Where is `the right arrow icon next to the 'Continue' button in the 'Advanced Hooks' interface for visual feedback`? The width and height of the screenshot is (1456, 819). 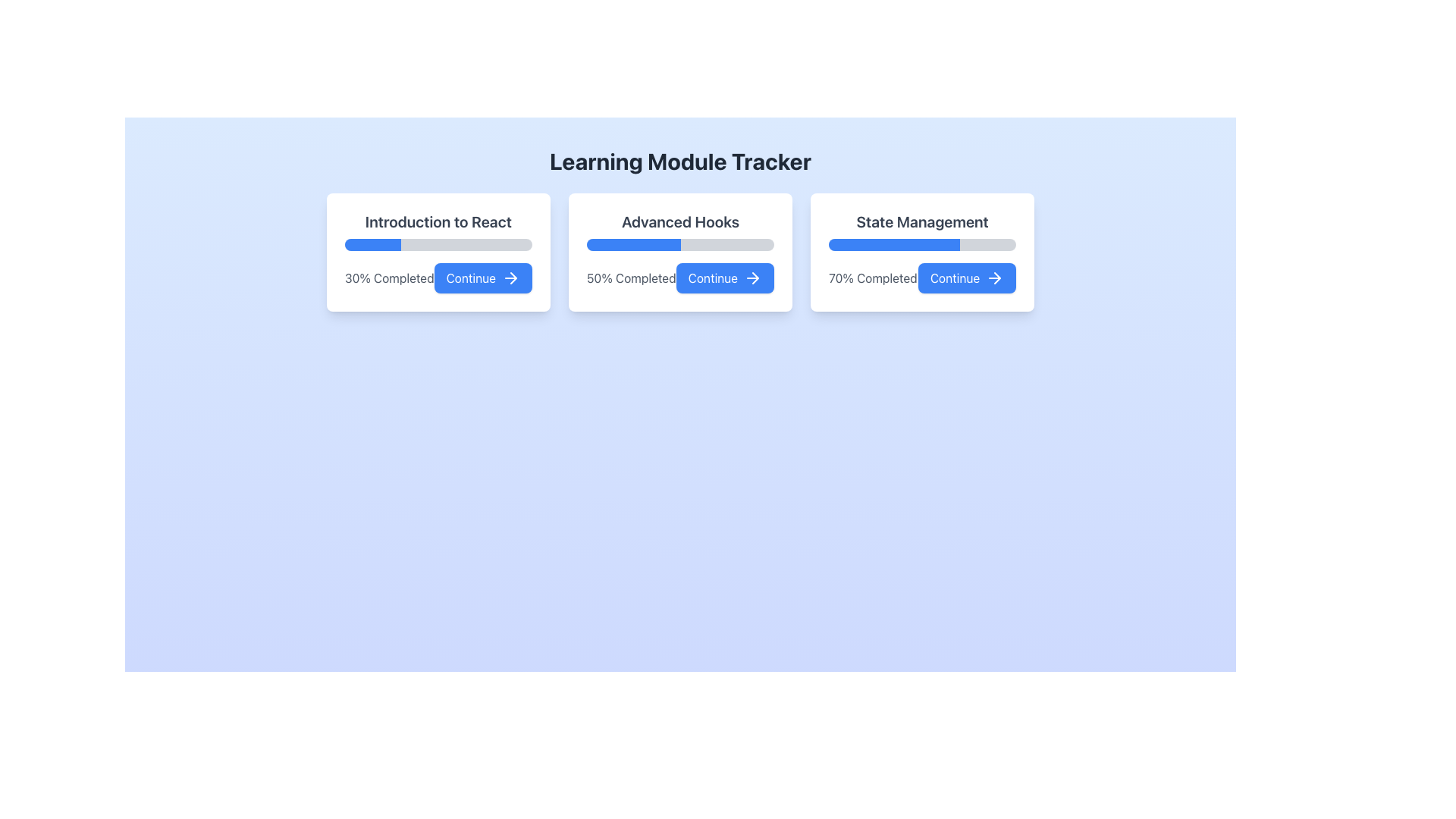
the right arrow icon next to the 'Continue' button in the 'Advanced Hooks' interface for visual feedback is located at coordinates (755, 278).